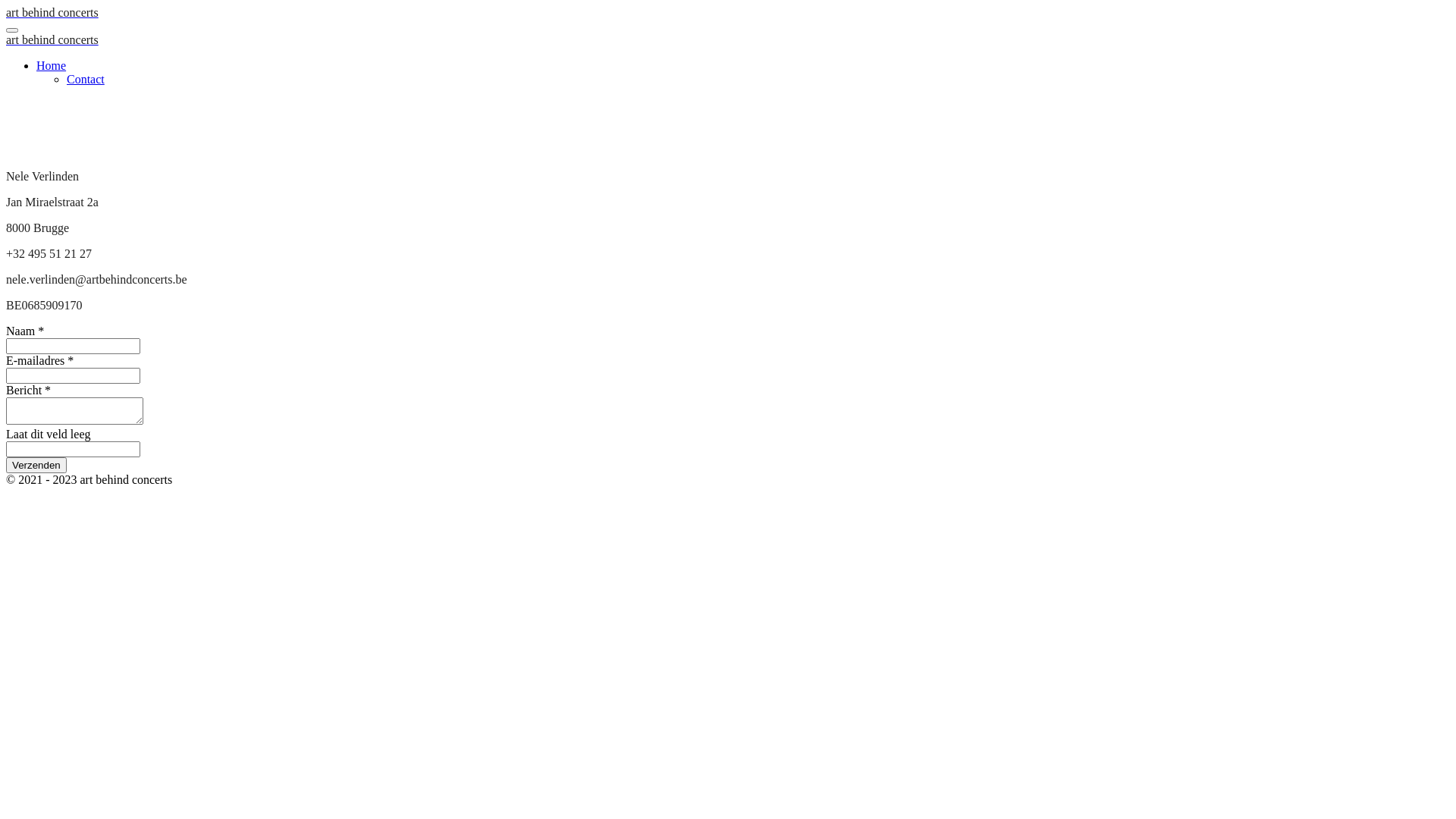 The image size is (1456, 819). I want to click on 'Home', so click(51, 64).